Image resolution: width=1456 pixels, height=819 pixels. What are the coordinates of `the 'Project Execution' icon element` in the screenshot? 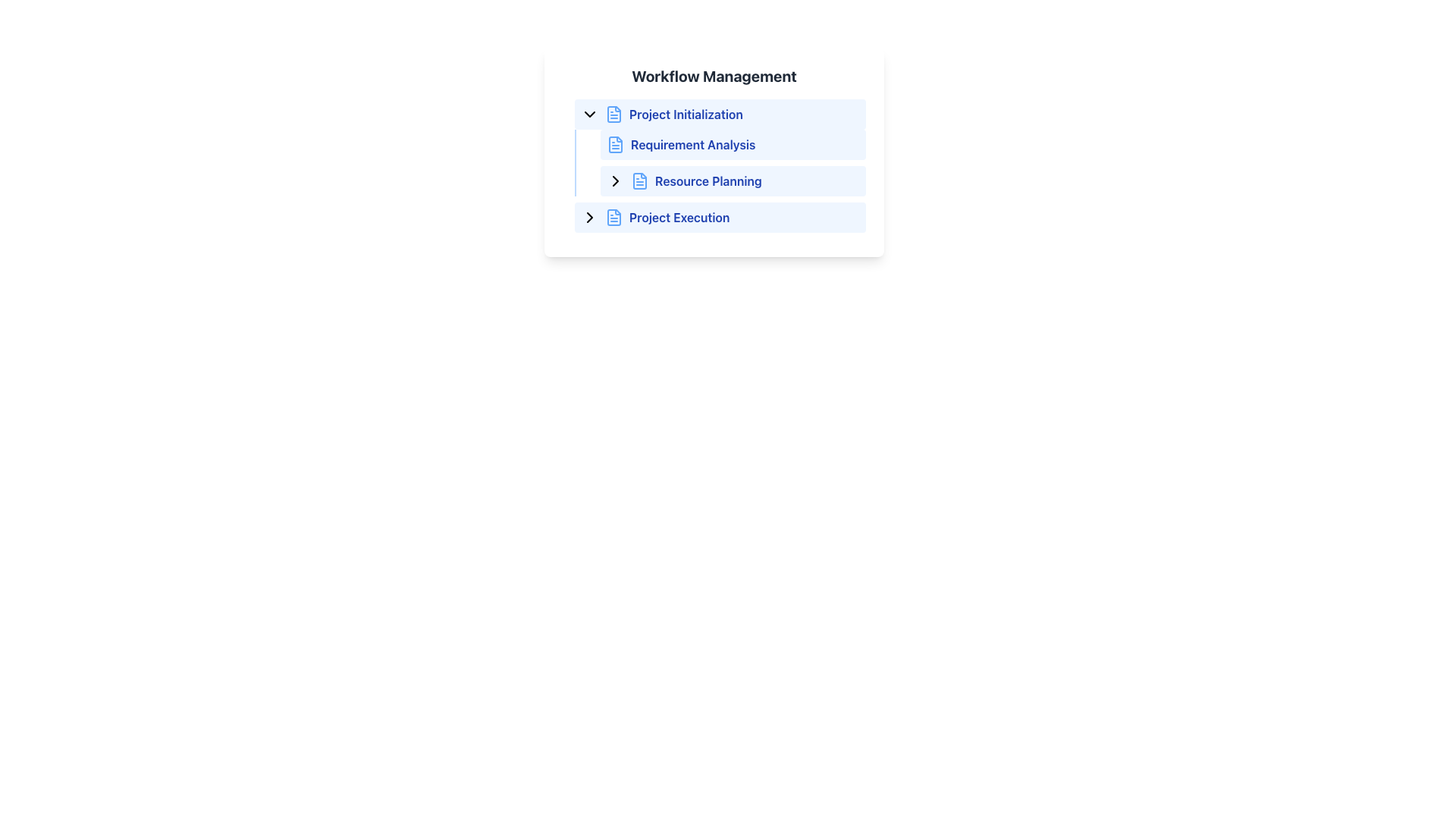 It's located at (614, 217).